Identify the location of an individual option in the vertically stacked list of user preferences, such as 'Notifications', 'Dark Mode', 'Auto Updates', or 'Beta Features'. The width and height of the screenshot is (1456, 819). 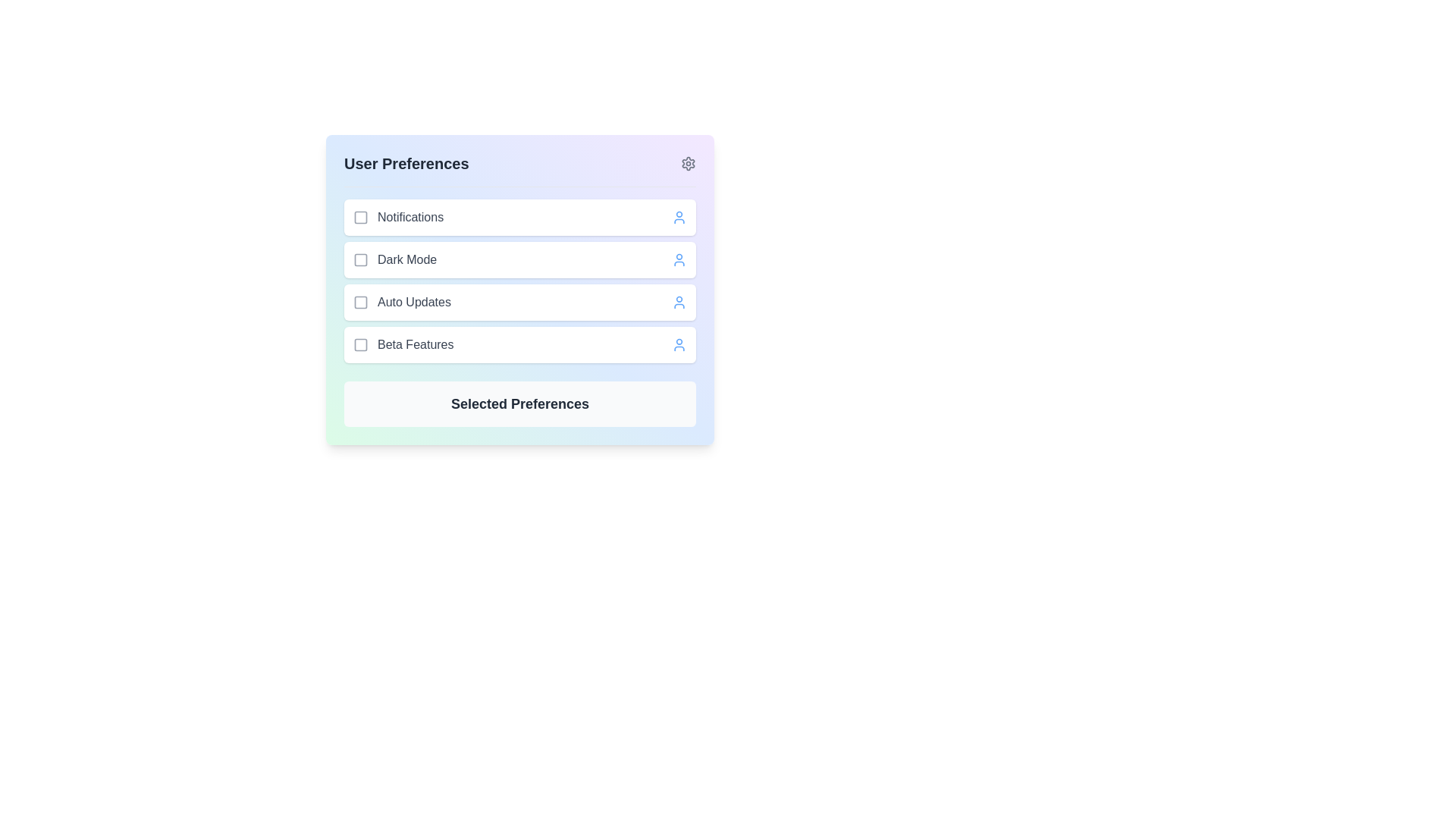
(520, 281).